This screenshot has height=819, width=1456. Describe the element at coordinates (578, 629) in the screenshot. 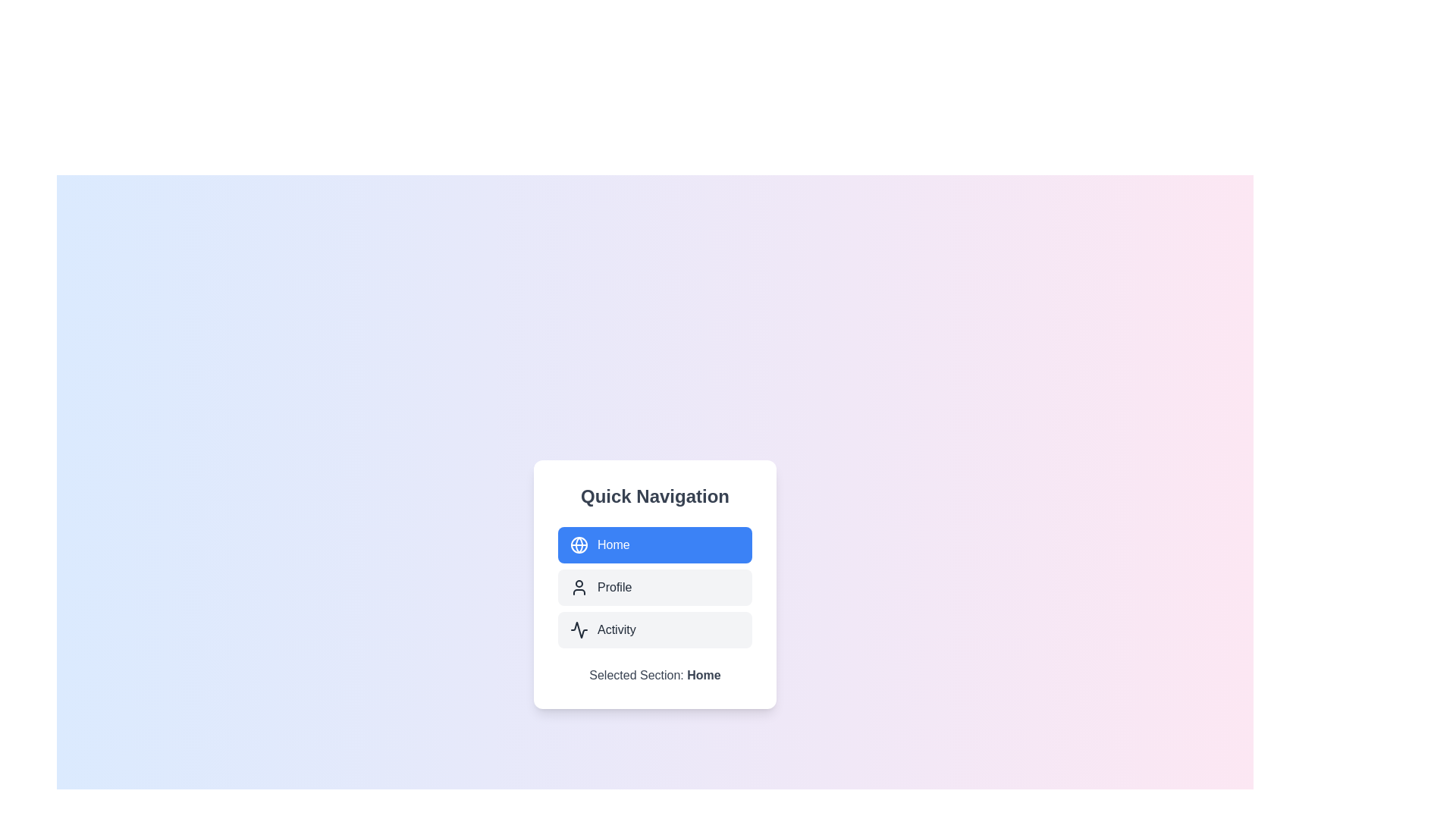

I see `the pulse graph icon styled with a zigzag line, located in the 'Quick Navigation' panel next to the 'Activity' text` at that location.